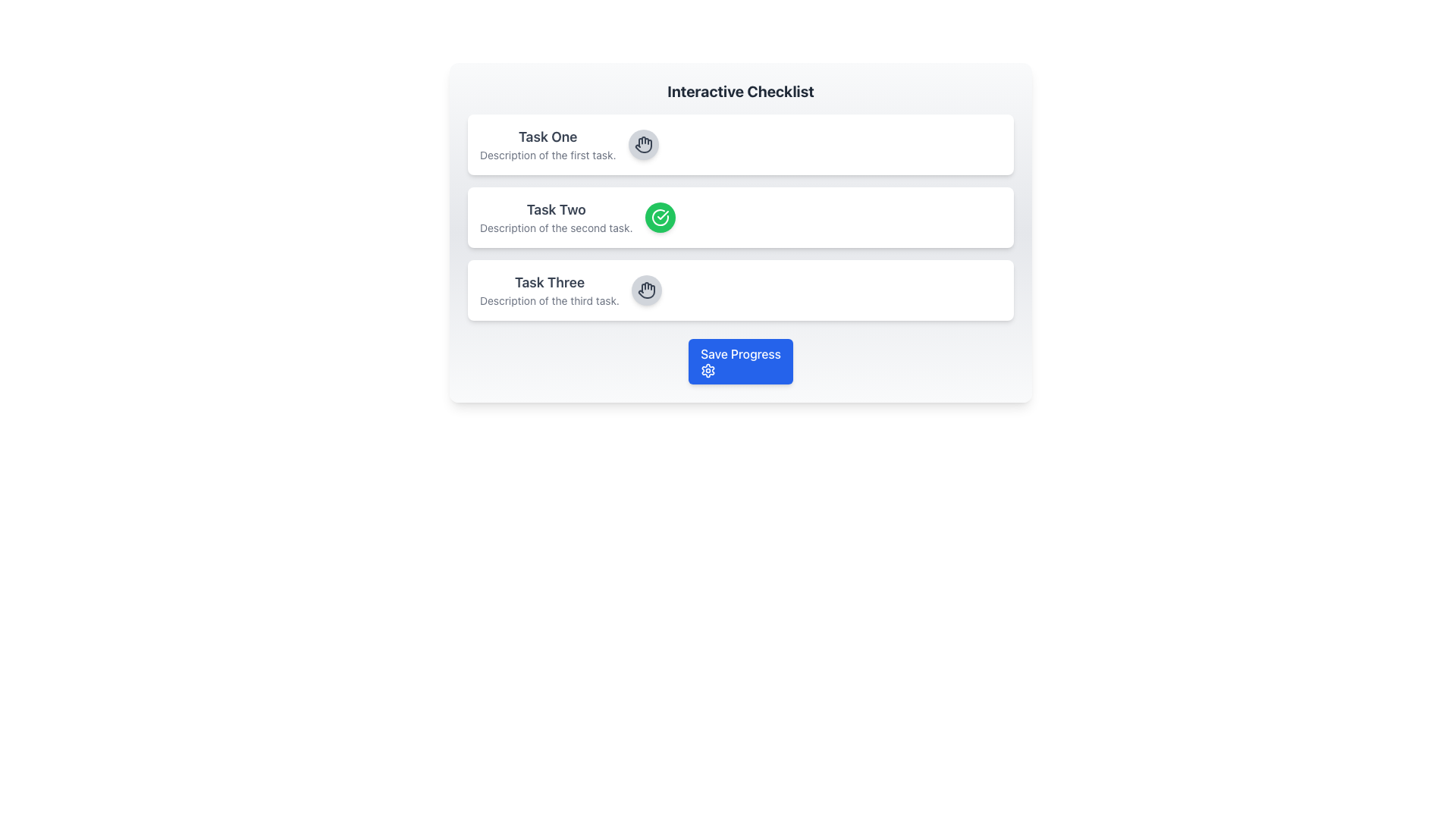 This screenshot has width=1456, height=819. I want to click on the circular button icon for toggling the completion state of Task Three in the checklist located on the right side of the 'Task Three' row, so click(643, 145).